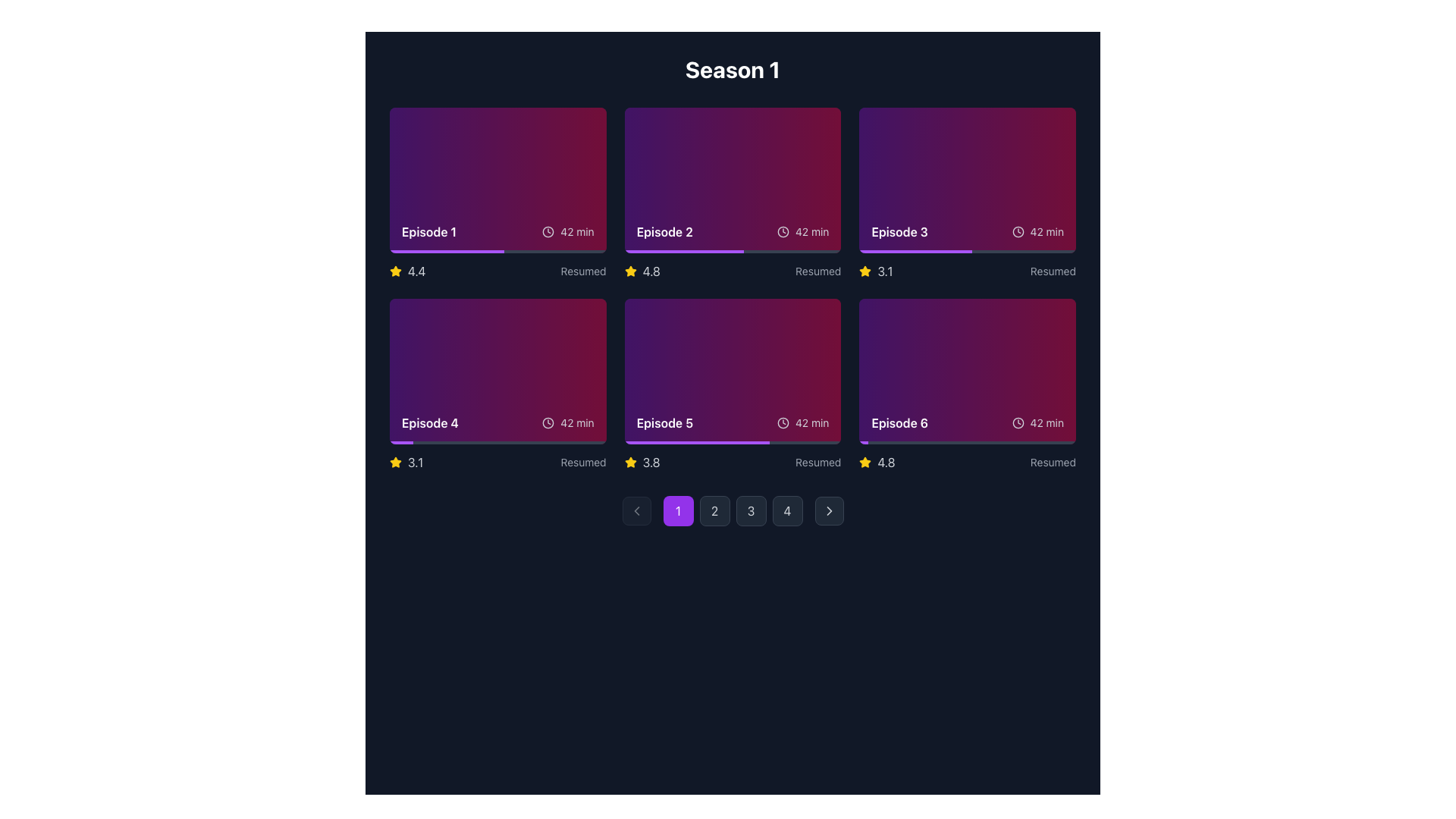 The image size is (1456, 819). Describe the element at coordinates (630, 271) in the screenshot. I see `the rating indicator icon located in the second row of the grid layout, to the left of the rating number '4.8'` at that location.